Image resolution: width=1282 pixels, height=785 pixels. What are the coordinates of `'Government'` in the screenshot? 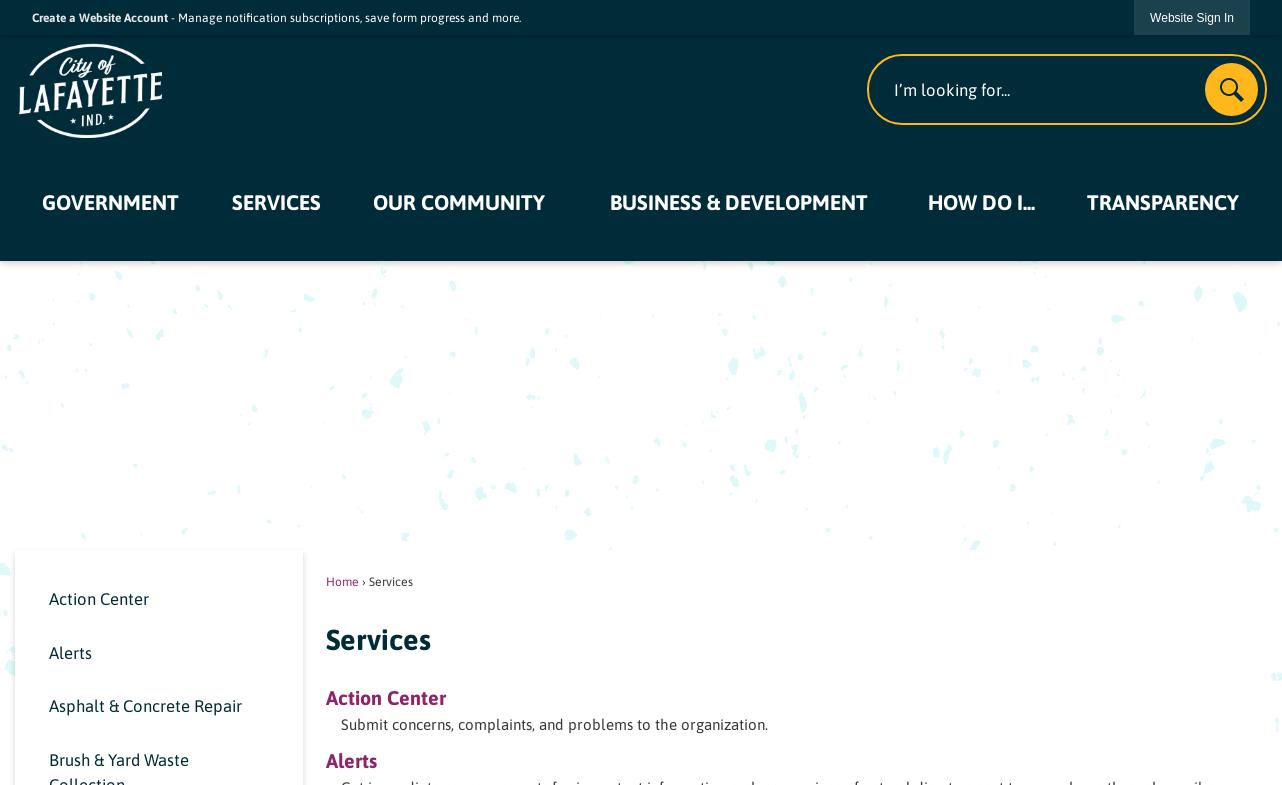 It's located at (109, 200).